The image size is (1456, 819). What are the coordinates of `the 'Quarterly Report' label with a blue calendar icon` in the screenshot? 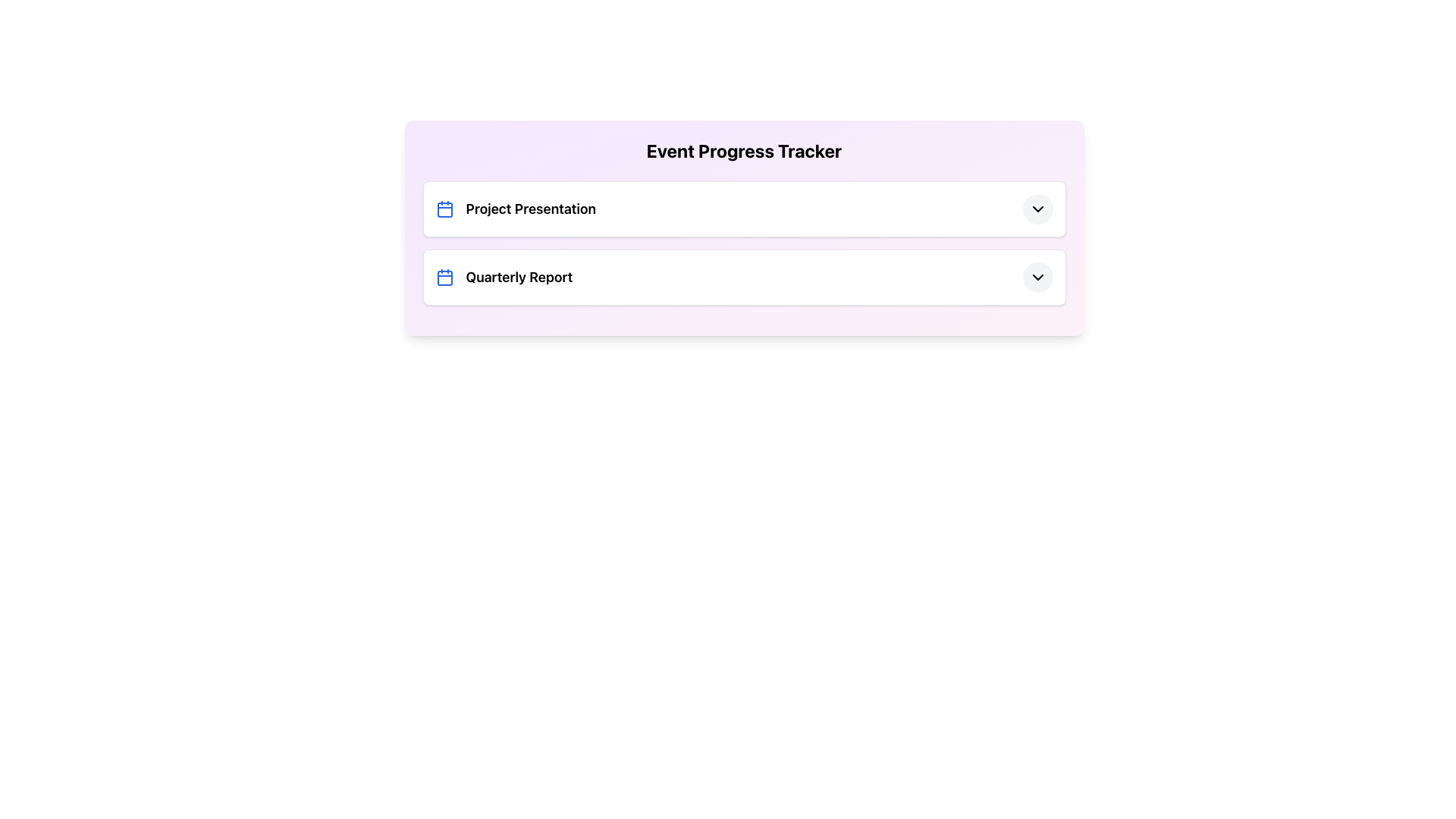 It's located at (504, 278).